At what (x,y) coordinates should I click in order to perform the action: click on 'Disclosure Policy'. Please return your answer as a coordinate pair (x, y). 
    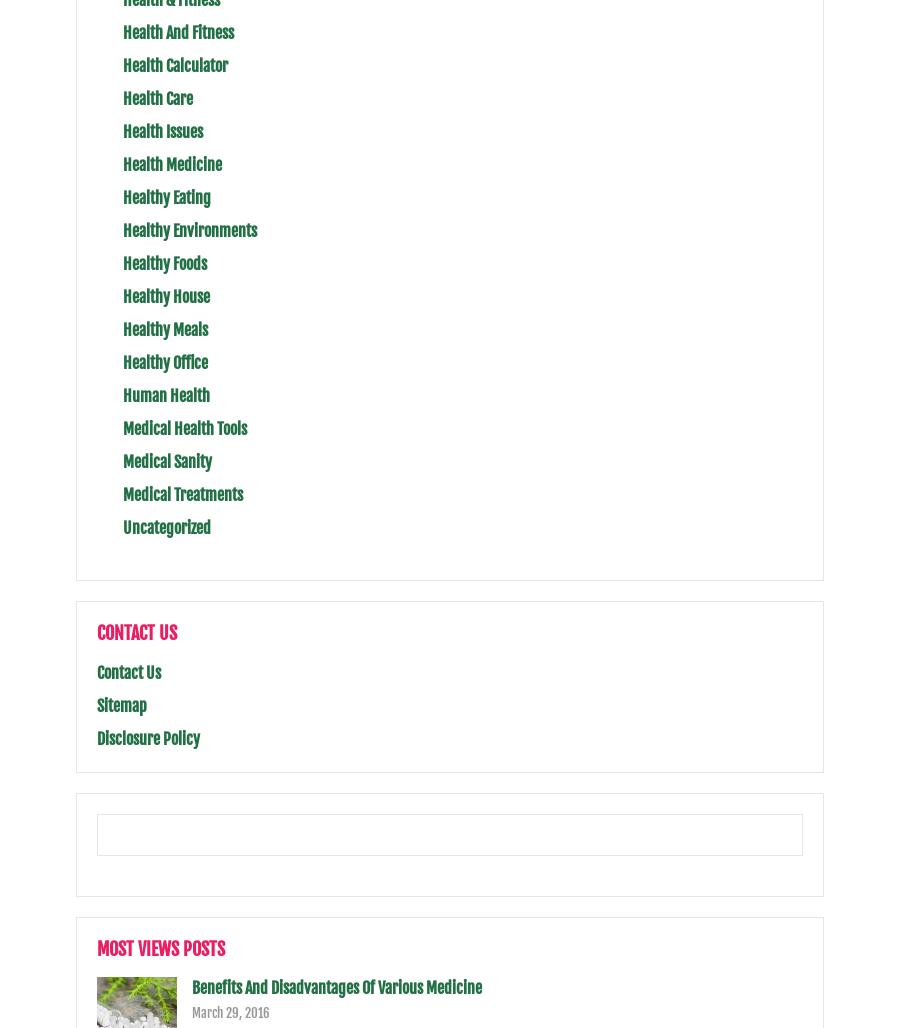
    Looking at the image, I should click on (96, 738).